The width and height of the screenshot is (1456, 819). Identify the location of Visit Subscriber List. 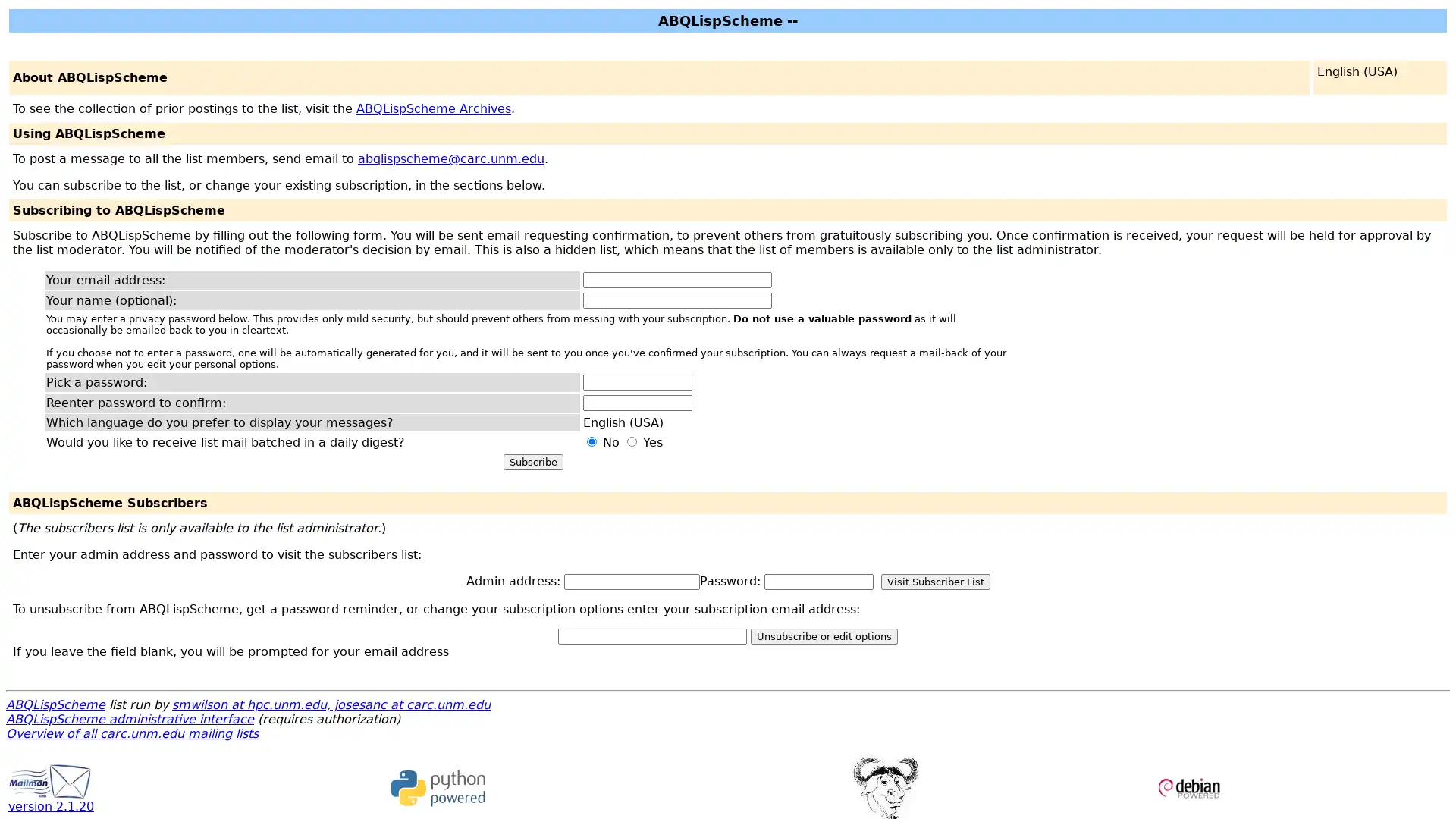
(934, 581).